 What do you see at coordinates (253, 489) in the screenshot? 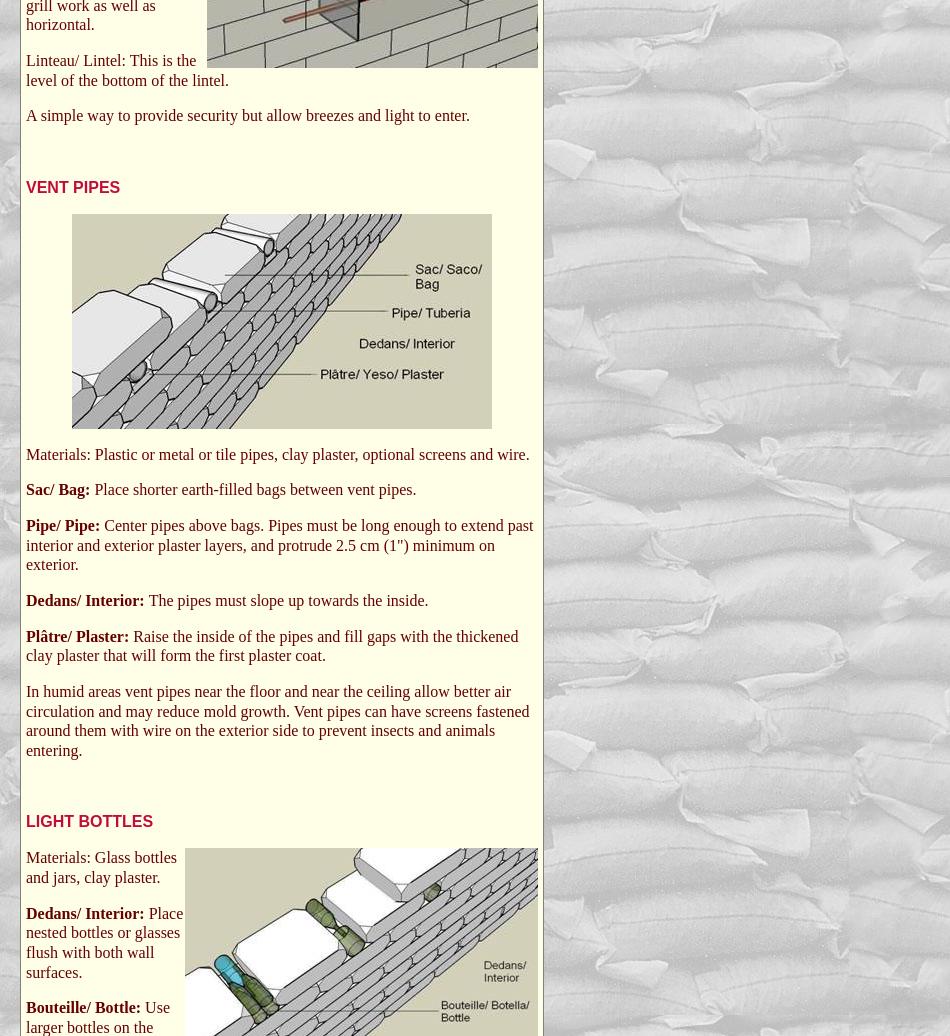
I see `'Place shorter earth-filled bags between vent pipes.'` at bounding box center [253, 489].